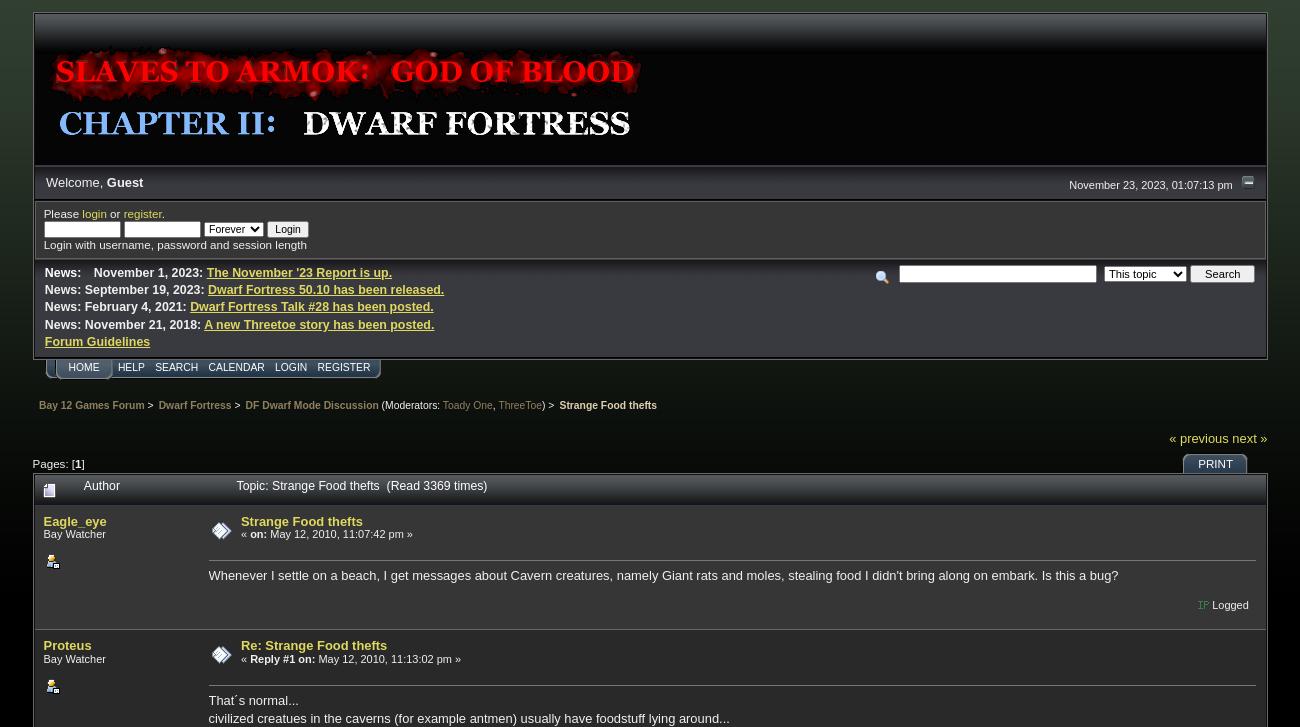  What do you see at coordinates (66, 644) in the screenshot?
I see `'Proteus'` at bounding box center [66, 644].